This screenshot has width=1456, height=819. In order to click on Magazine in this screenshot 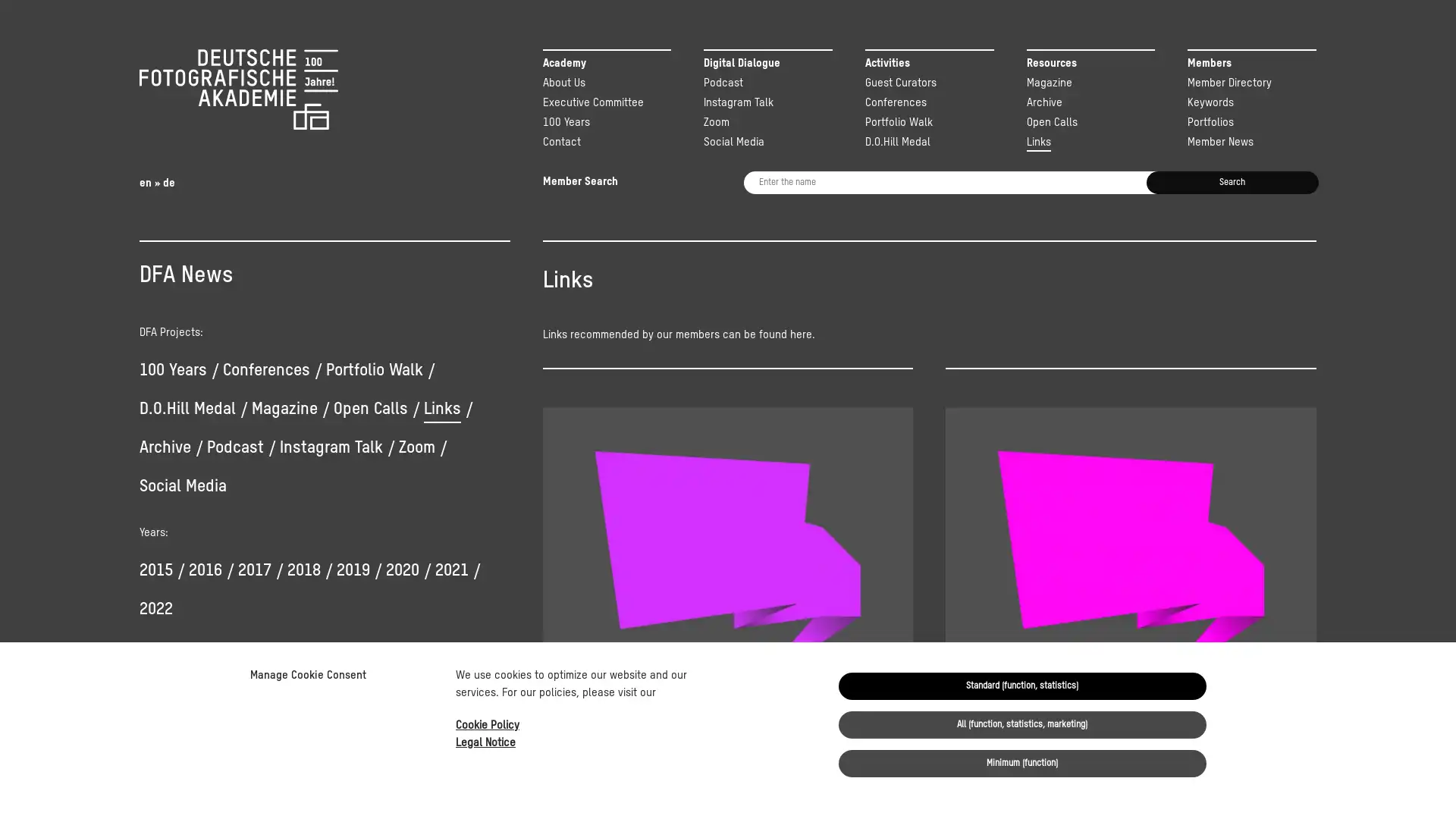, I will do `click(284, 409)`.